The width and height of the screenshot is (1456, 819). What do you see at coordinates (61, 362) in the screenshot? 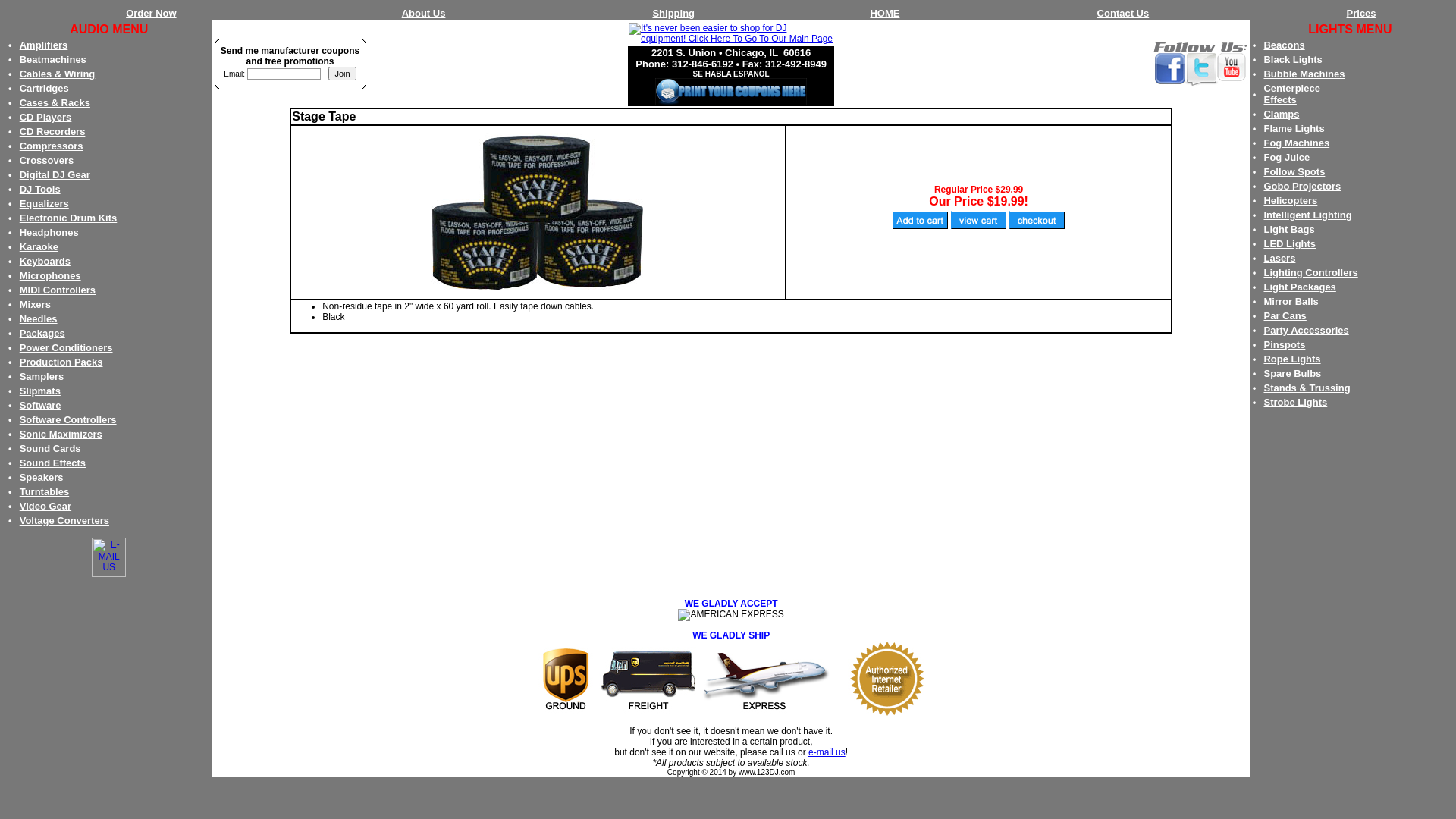
I see `'Production Packs'` at bounding box center [61, 362].